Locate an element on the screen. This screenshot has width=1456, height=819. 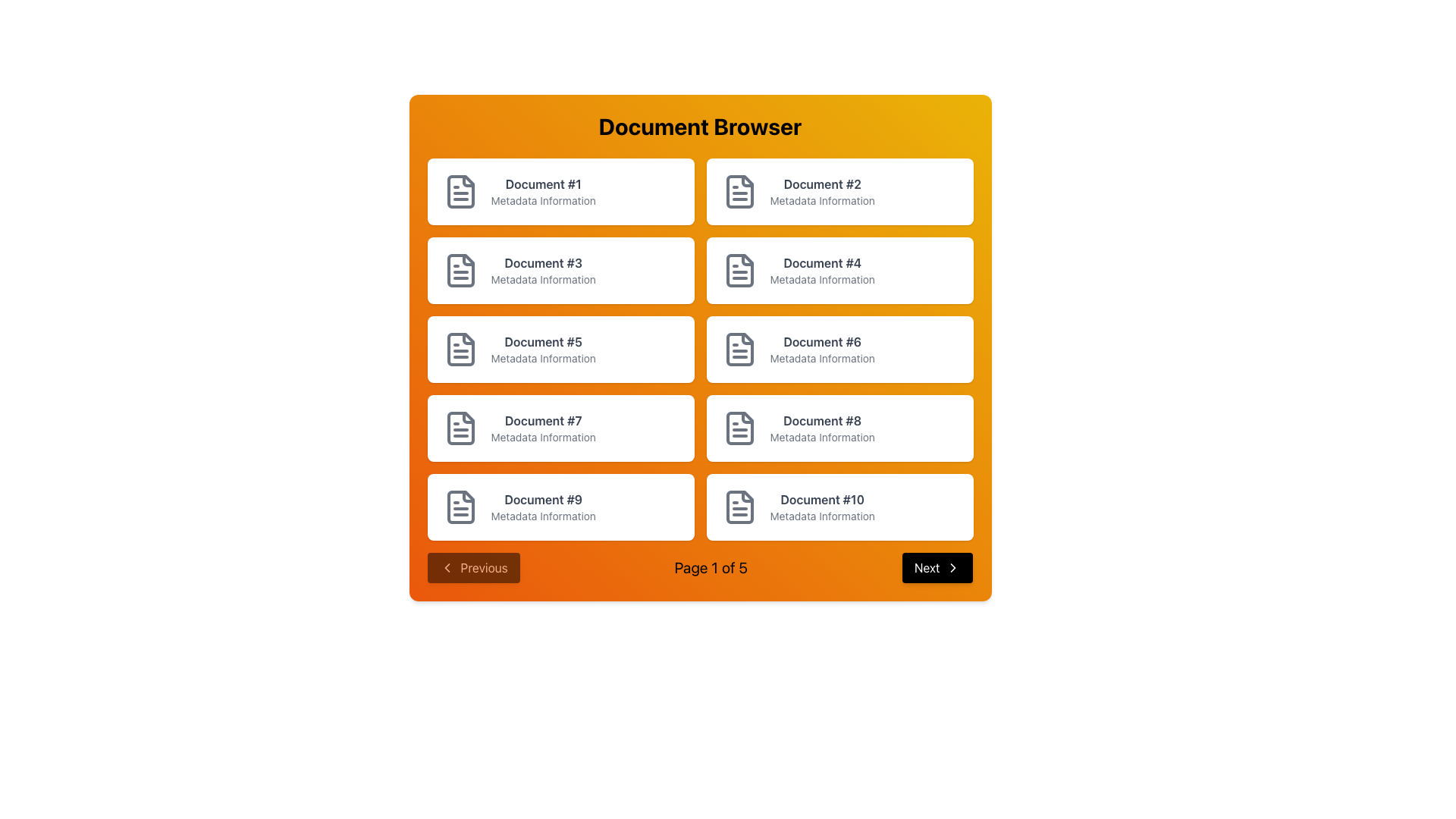
the static text element that provides metadata information for 'Document #8', located in the lower portion of the card labeled 'Document #8' is located at coordinates (821, 438).